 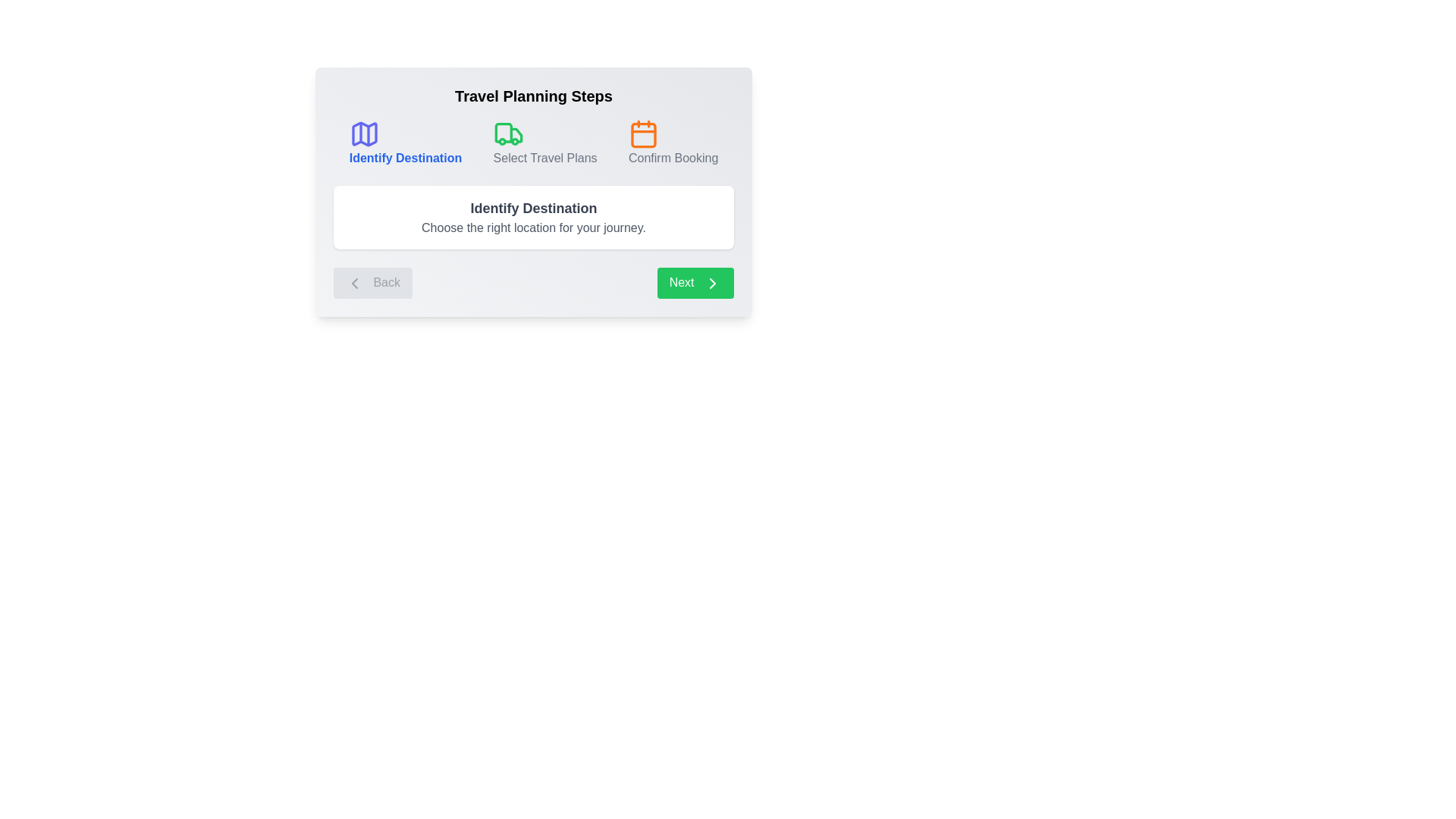 I want to click on the left-pointing chevron icon within the 'Back' button, which is styled in a minimalist gray design and located in the bottom left of the user interface, so click(x=353, y=283).